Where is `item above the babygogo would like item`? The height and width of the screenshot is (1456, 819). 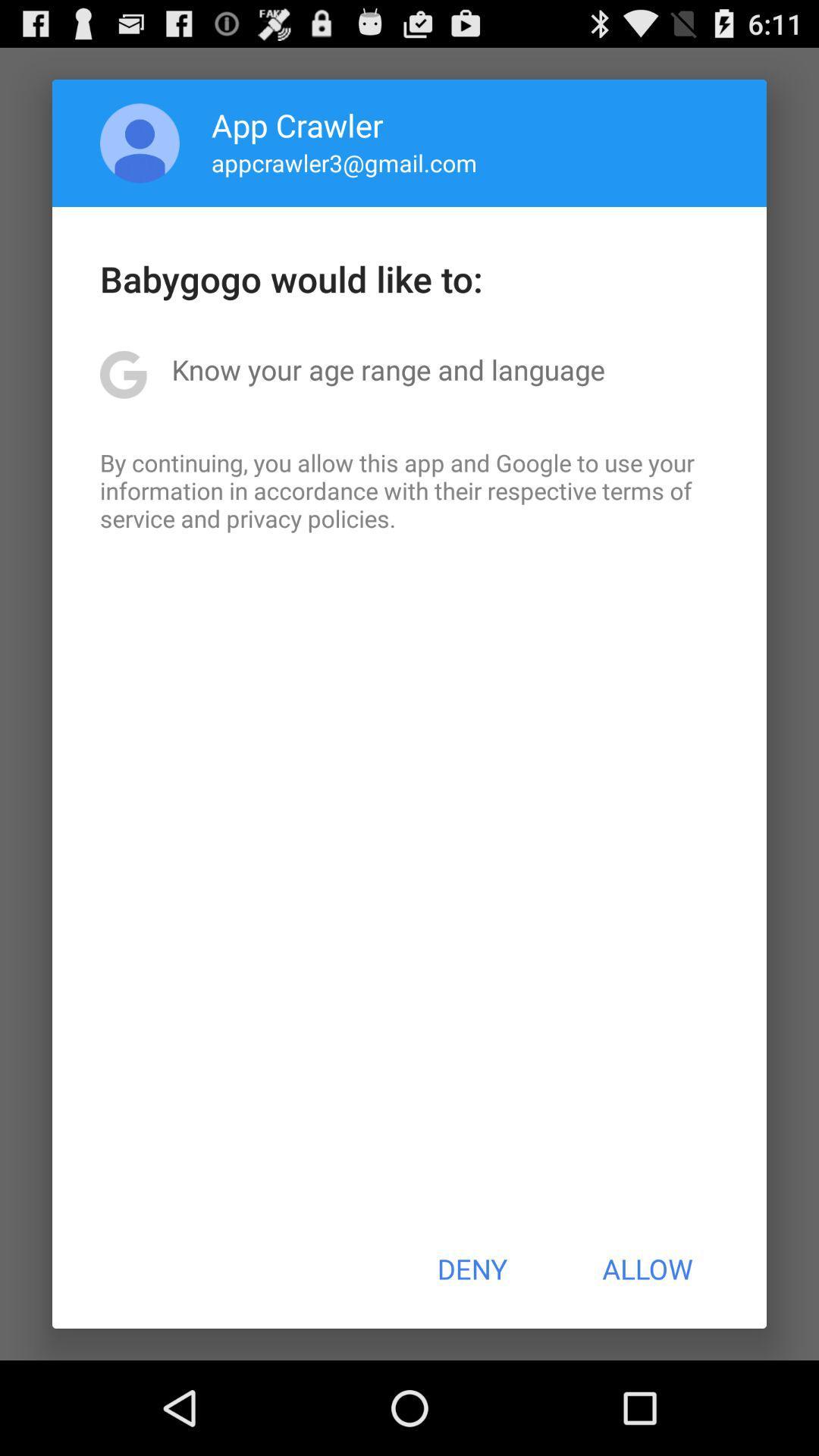
item above the babygogo would like item is located at coordinates (344, 162).